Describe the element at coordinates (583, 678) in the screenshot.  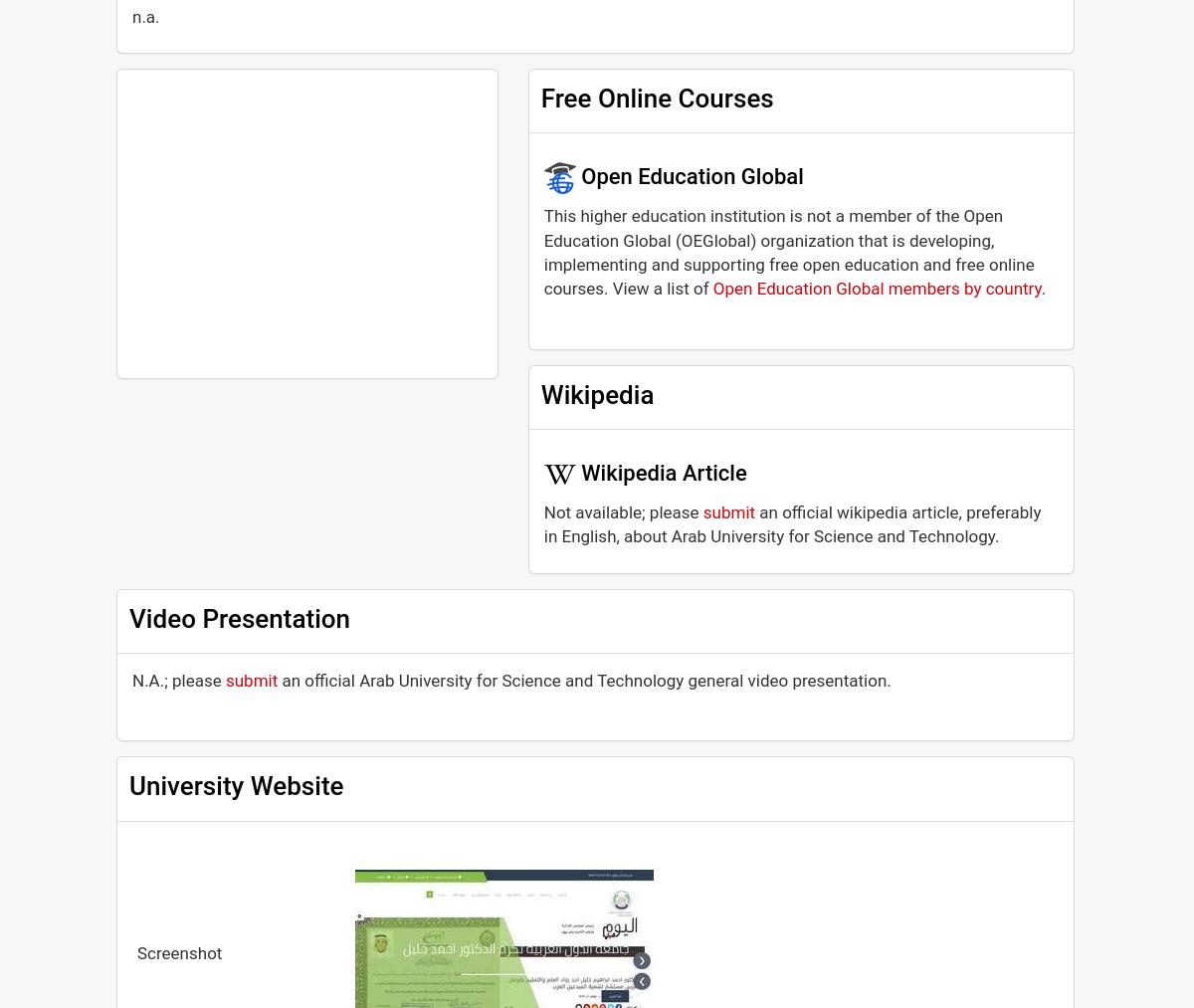
I see `'an official Arab University for Science and Technology general video presentation.'` at that location.